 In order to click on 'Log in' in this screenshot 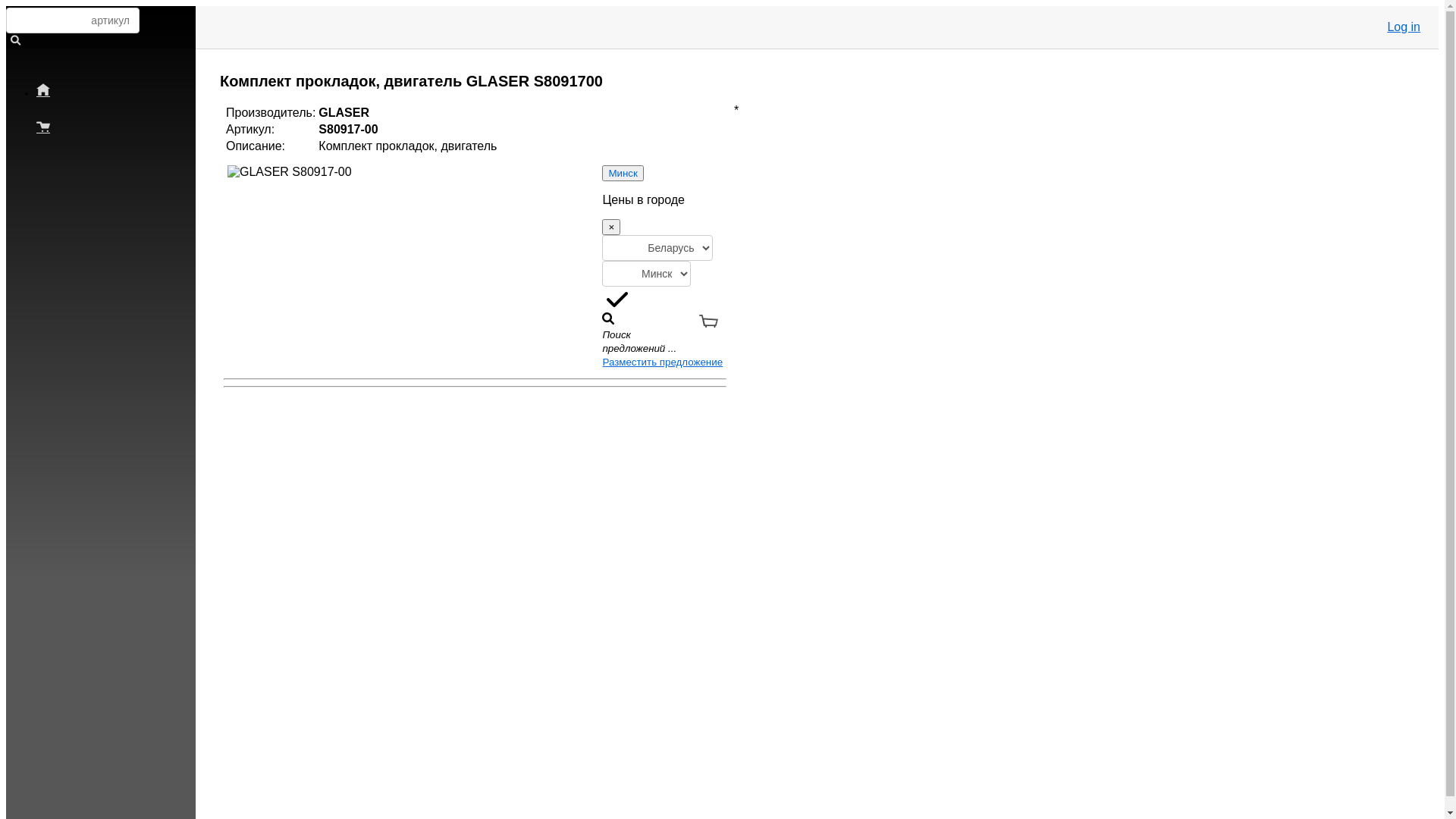, I will do `click(1403, 27)`.